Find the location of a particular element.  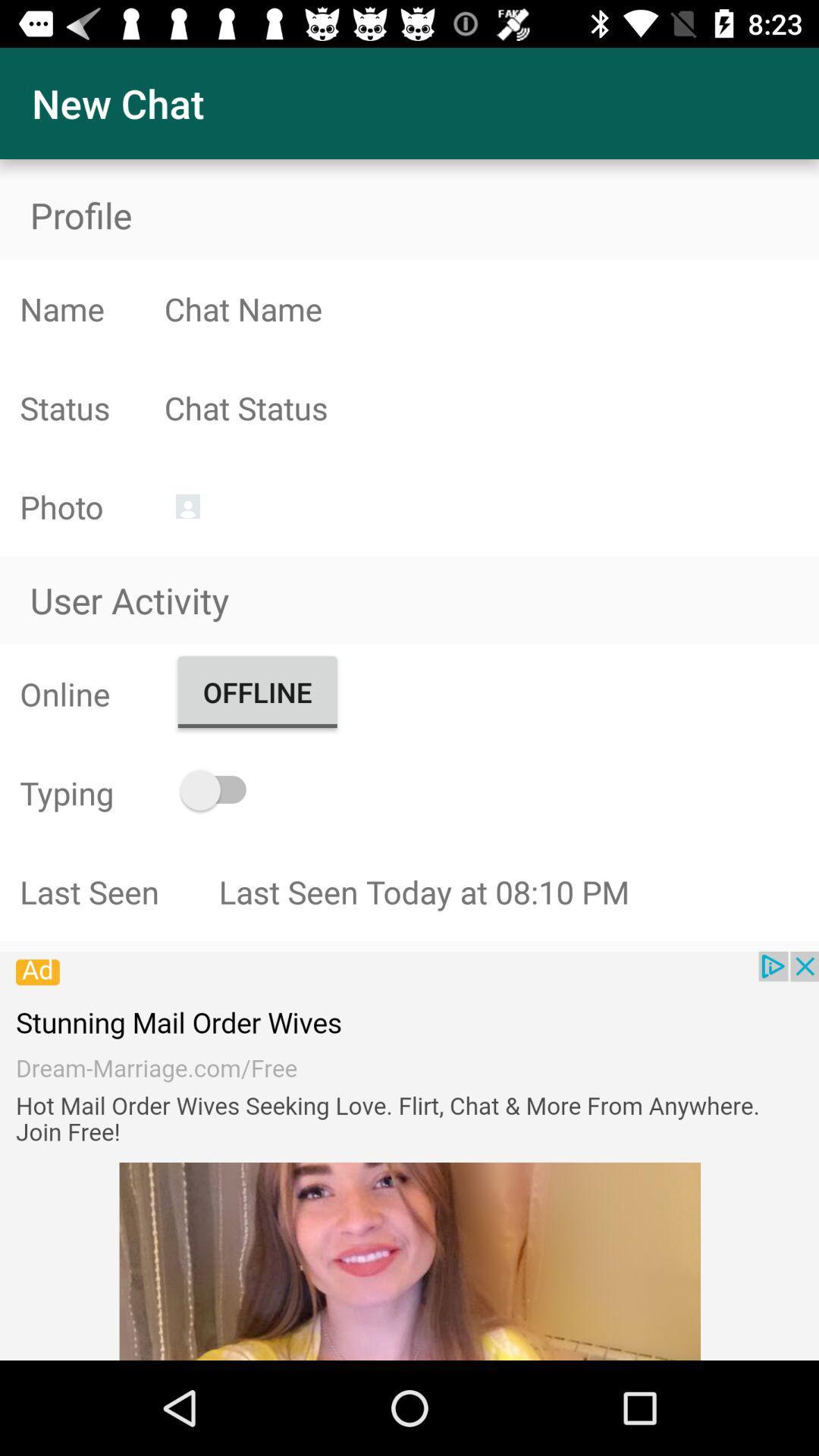

name input box is located at coordinates (491, 308).